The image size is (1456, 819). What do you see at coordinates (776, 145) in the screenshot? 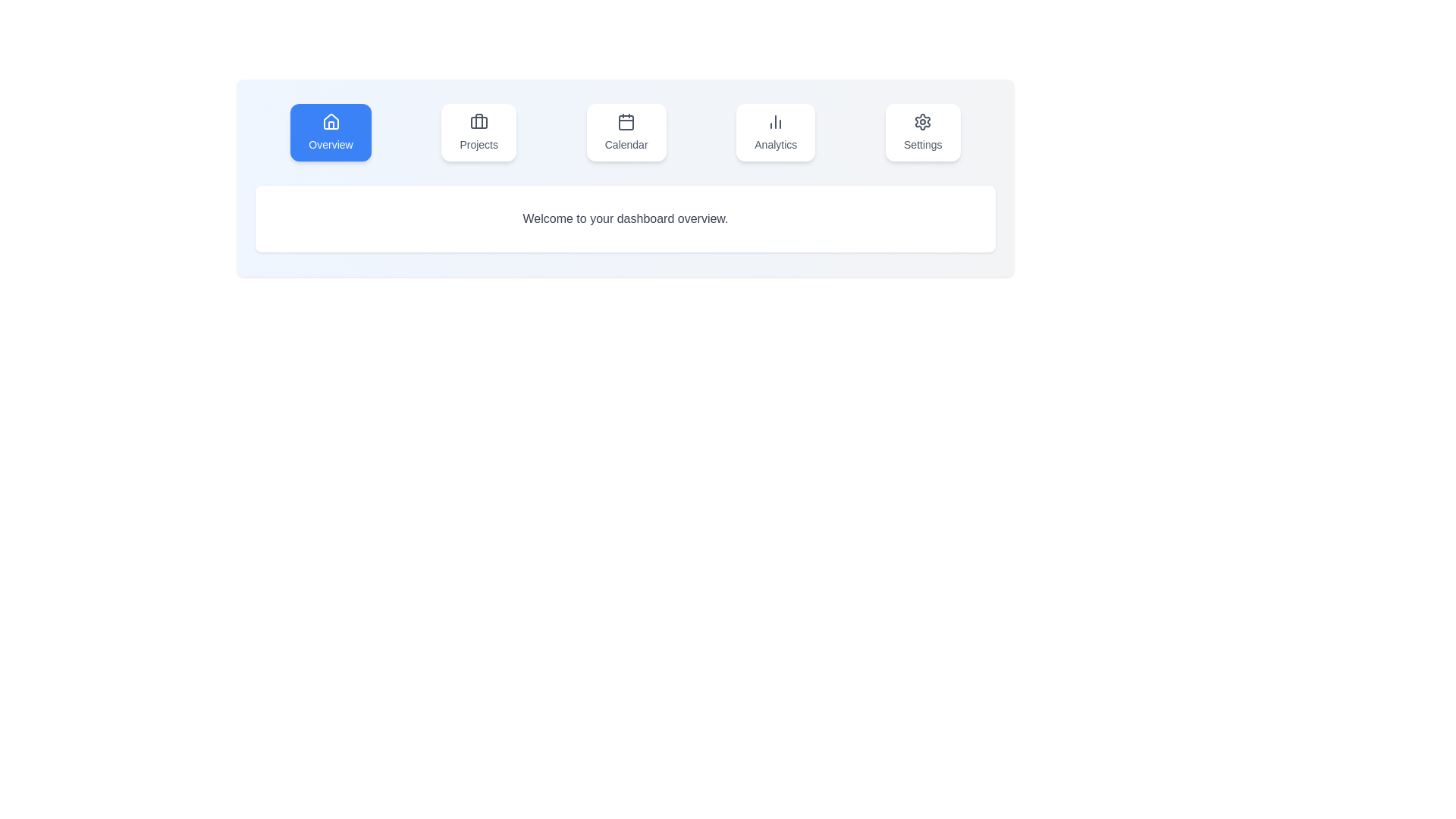
I see `the 'Analytics' static text label in the interactive menu item, which is styled with gray text and is the fourth item from the left in the menu bar` at bounding box center [776, 145].